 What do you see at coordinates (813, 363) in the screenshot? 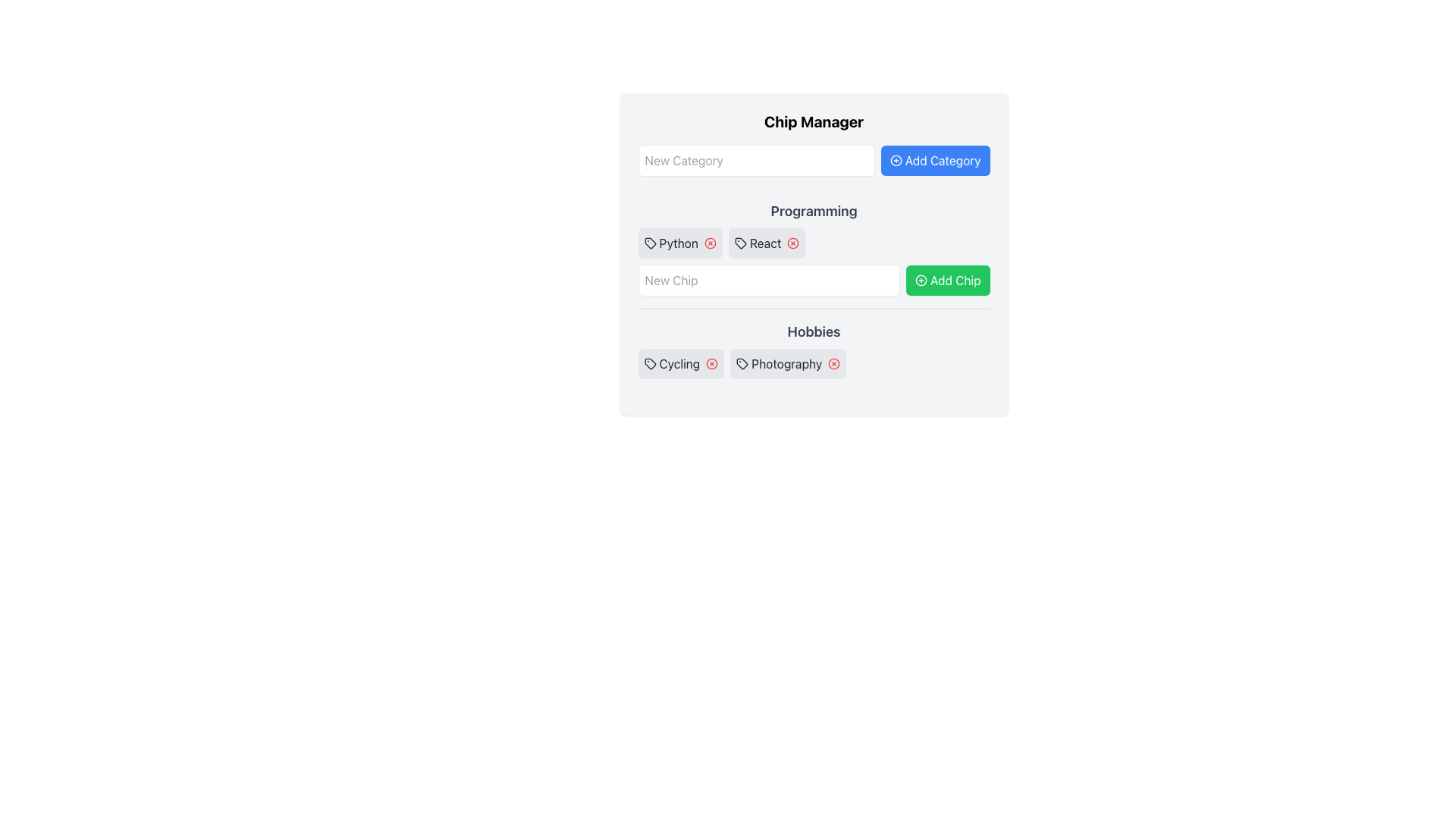
I see `the close (X) icon in the Tag Group located in the Hobbies section` at bounding box center [813, 363].